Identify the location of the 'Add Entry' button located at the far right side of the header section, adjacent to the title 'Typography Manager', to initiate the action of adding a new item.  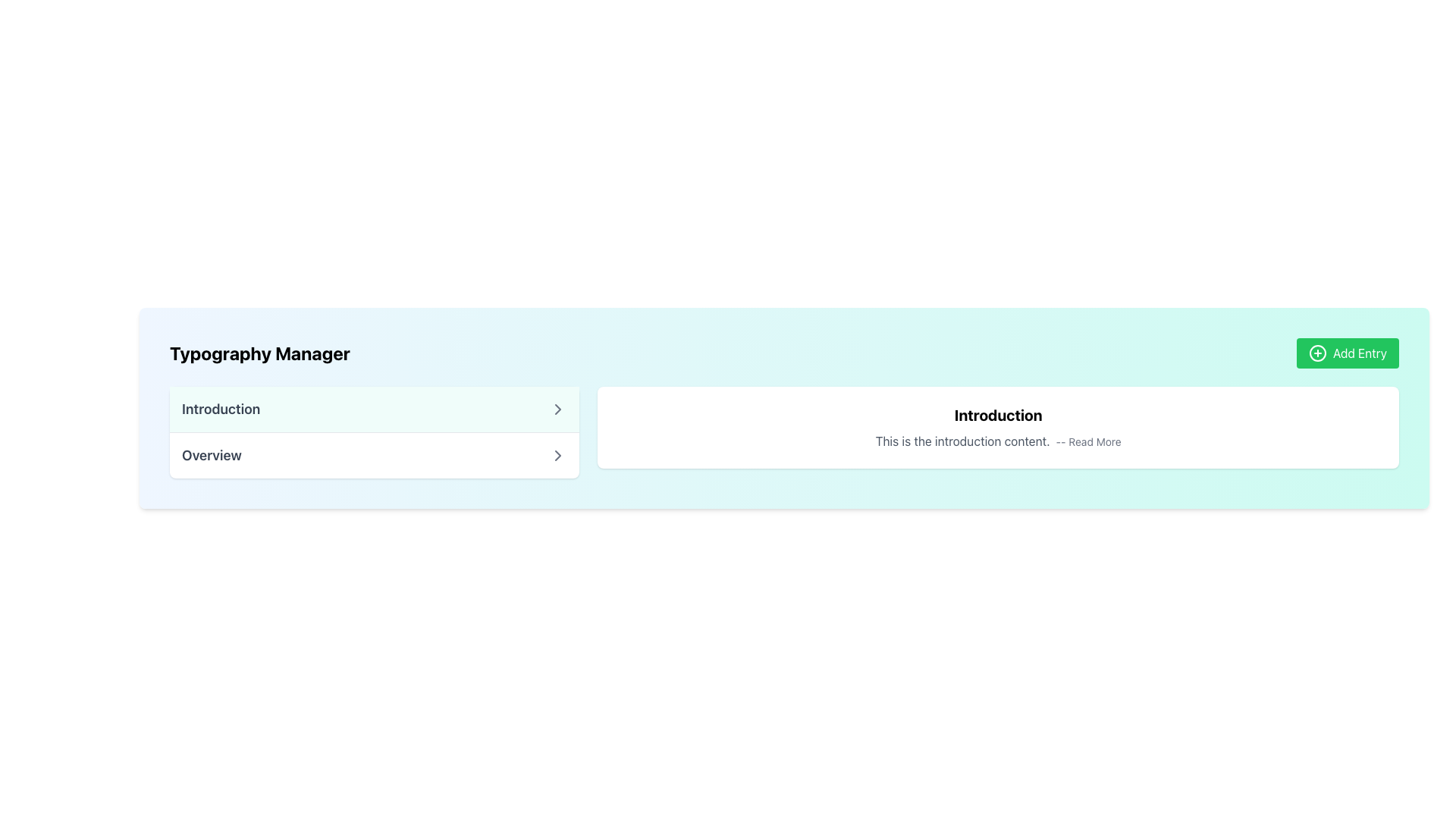
(1348, 353).